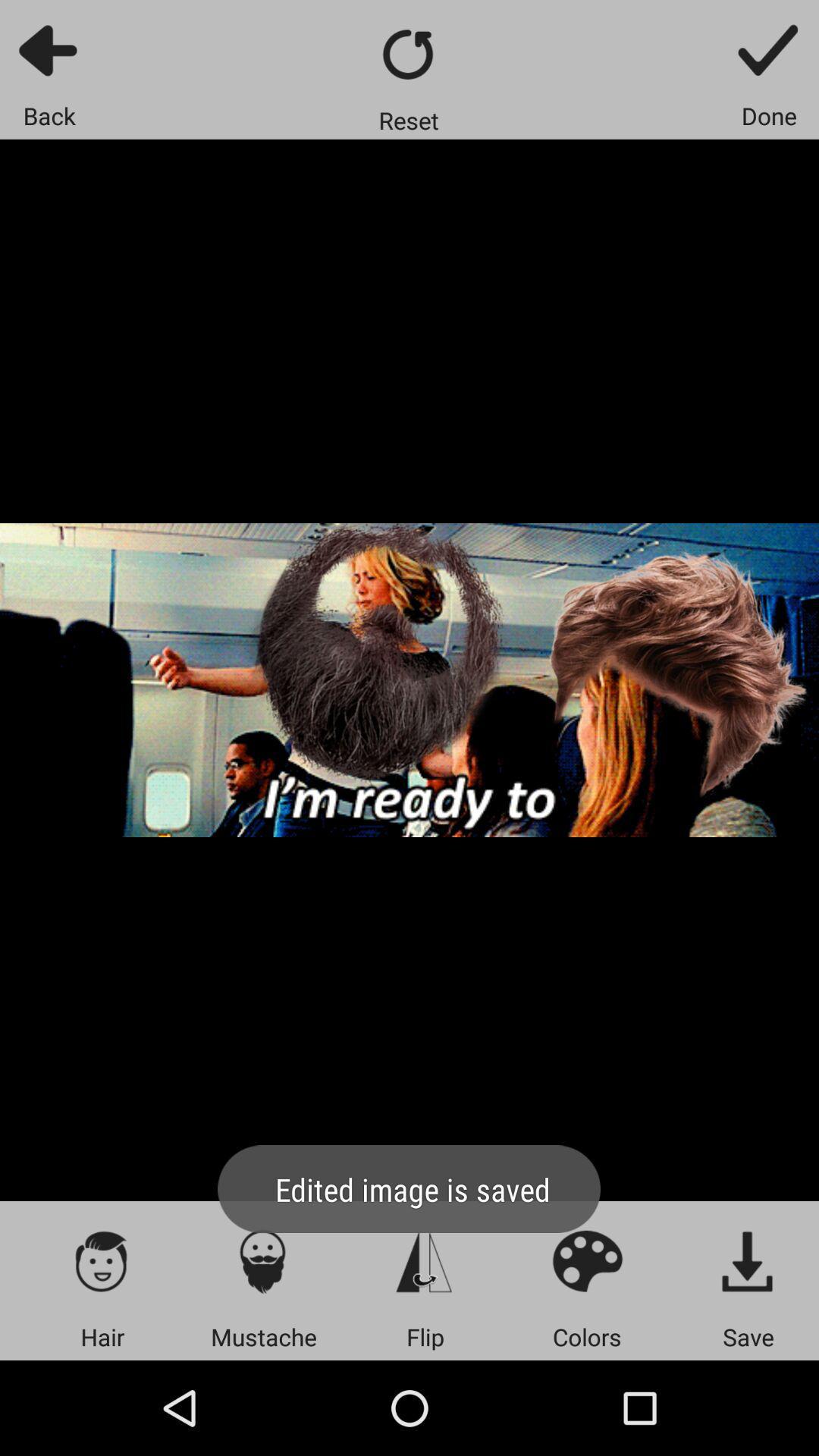 The width and height of the screenshot is (819, 1456). Describe the element at coordinates (262, 1260) in the screenshot. I see `open moustache customisation menu` at that location.